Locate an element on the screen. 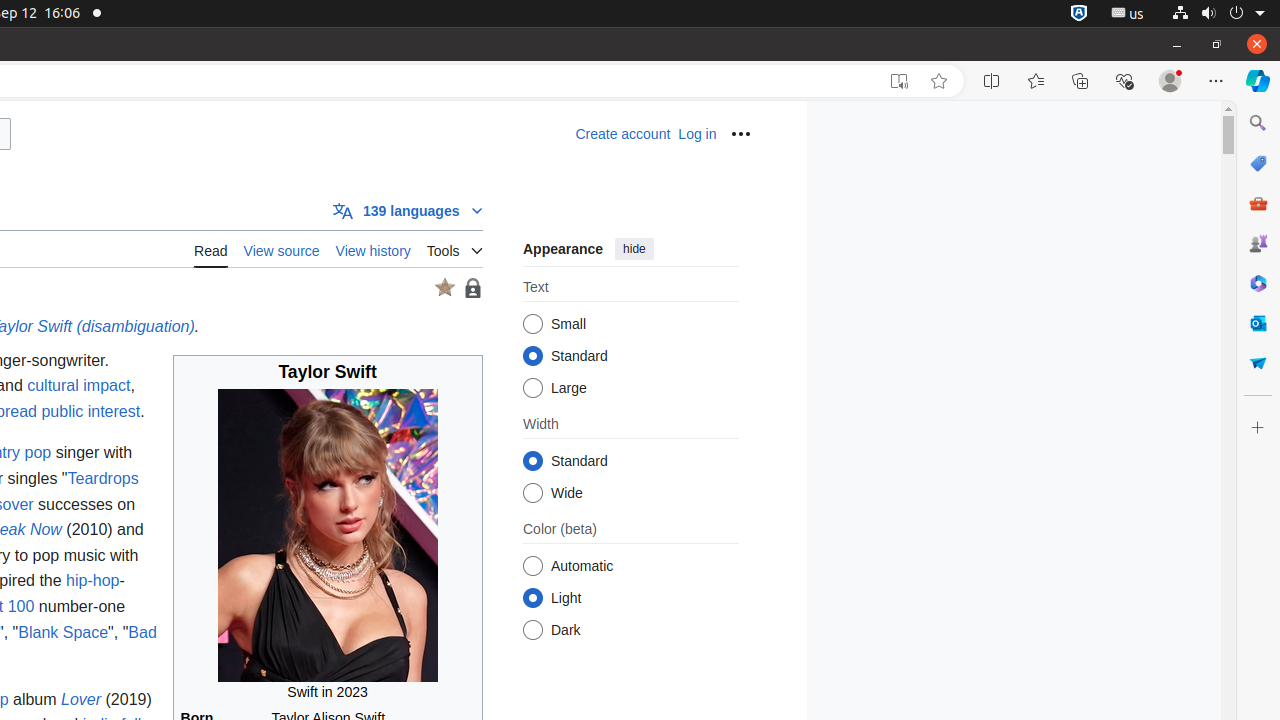 The width and height of the screenshot is (1280, 720). 'Browser essentials' is located at coordinates (1123, 80).